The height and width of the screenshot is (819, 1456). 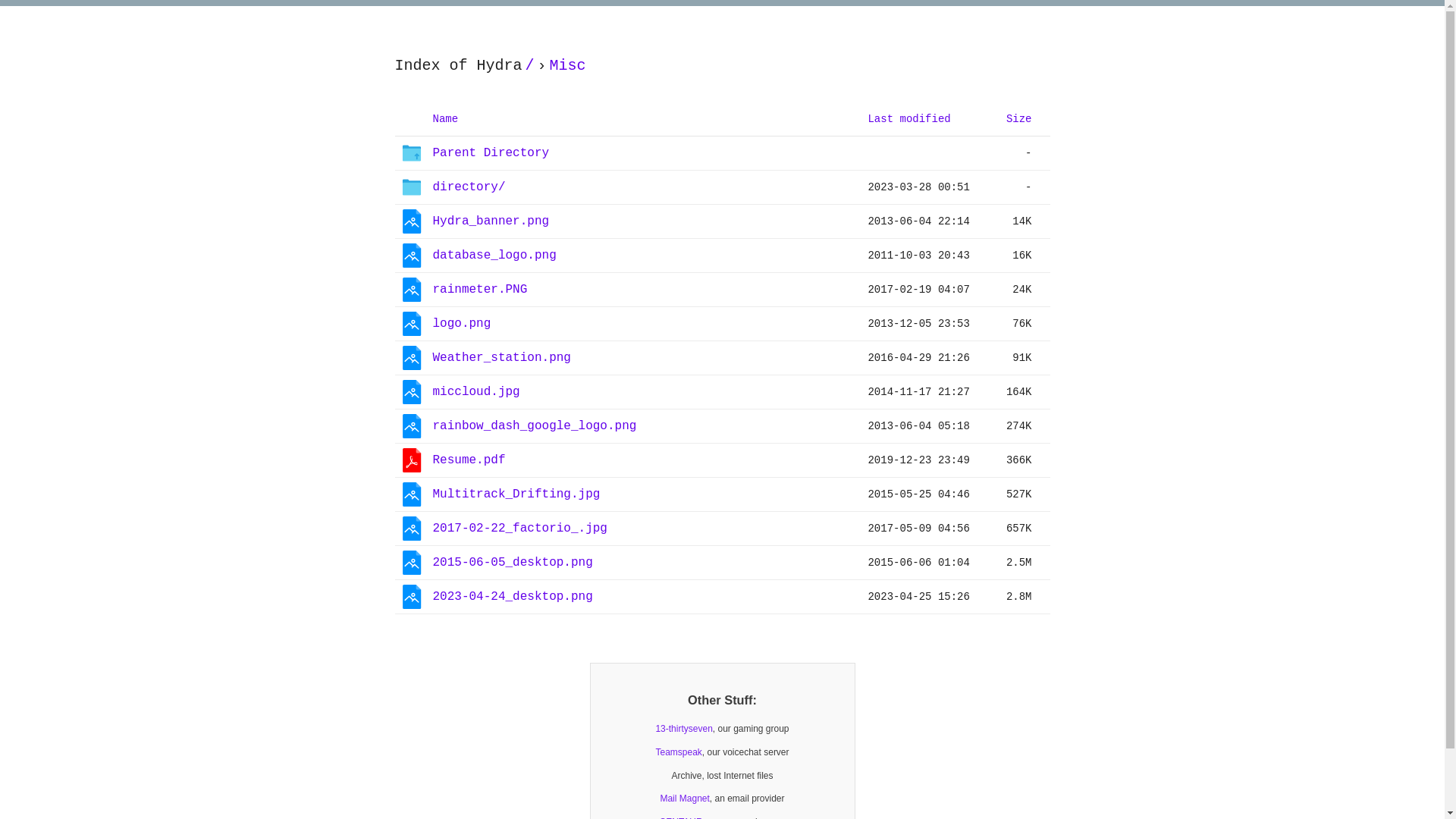 I want to click on 'logo.png', so click(x=460, y=323).